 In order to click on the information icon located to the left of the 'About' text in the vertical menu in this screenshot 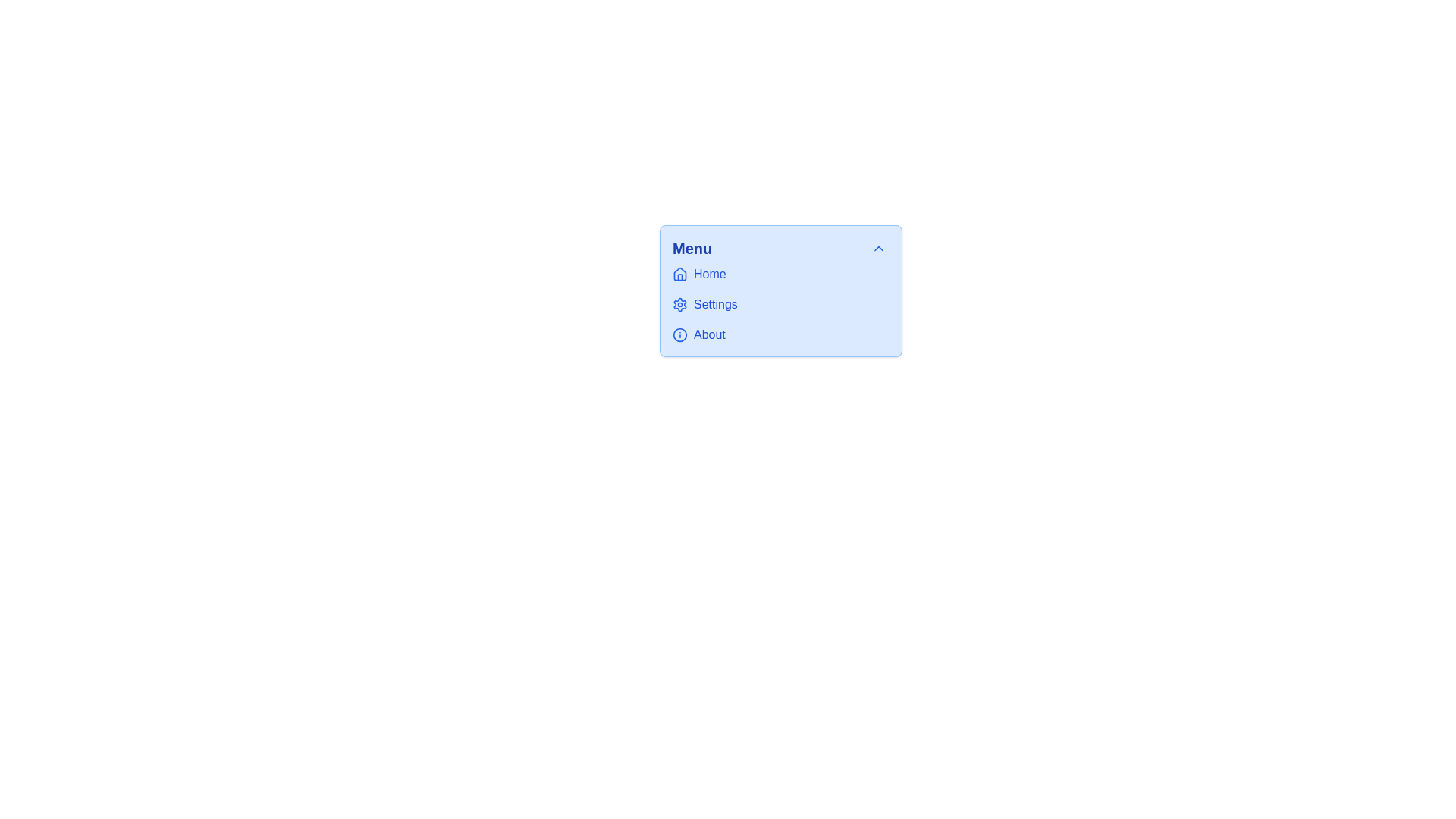, I will do `click(679, 334)`.